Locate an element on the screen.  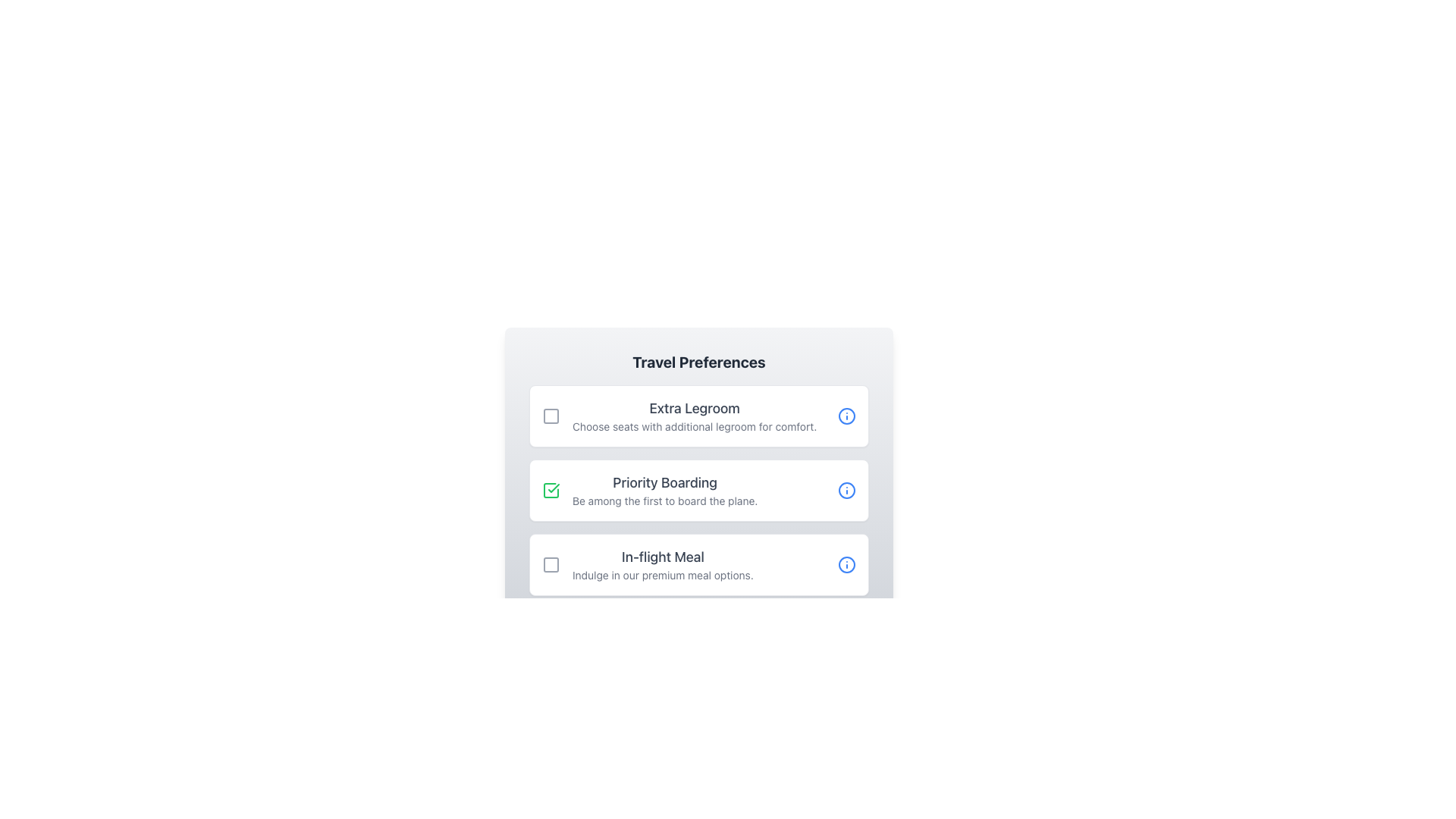
the Informational Icon located to the right side of the 'Extra Legroom' title is located at coordinates (846, 416).